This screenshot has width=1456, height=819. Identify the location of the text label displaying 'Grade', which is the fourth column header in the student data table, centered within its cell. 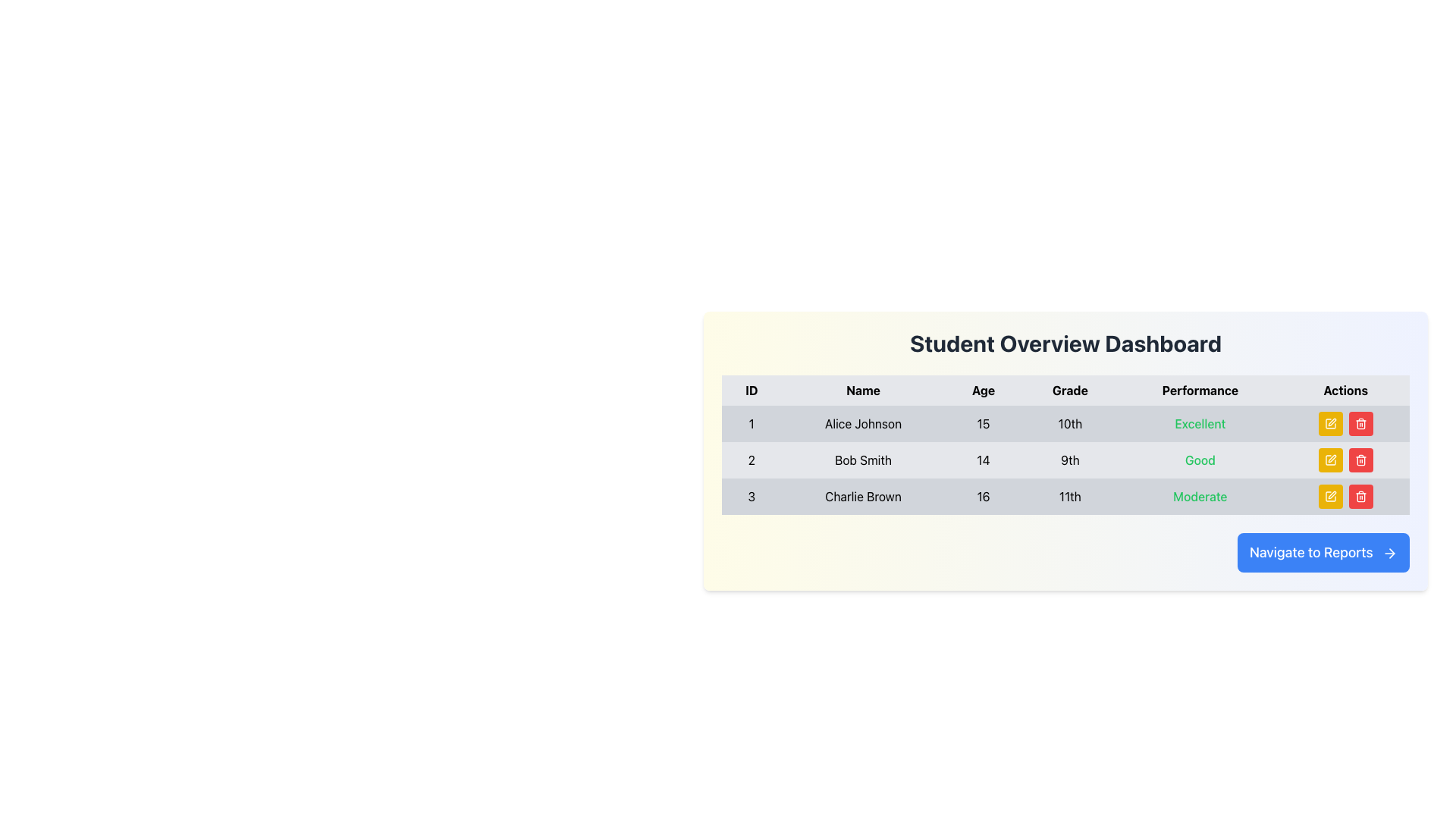
(1069, 390).